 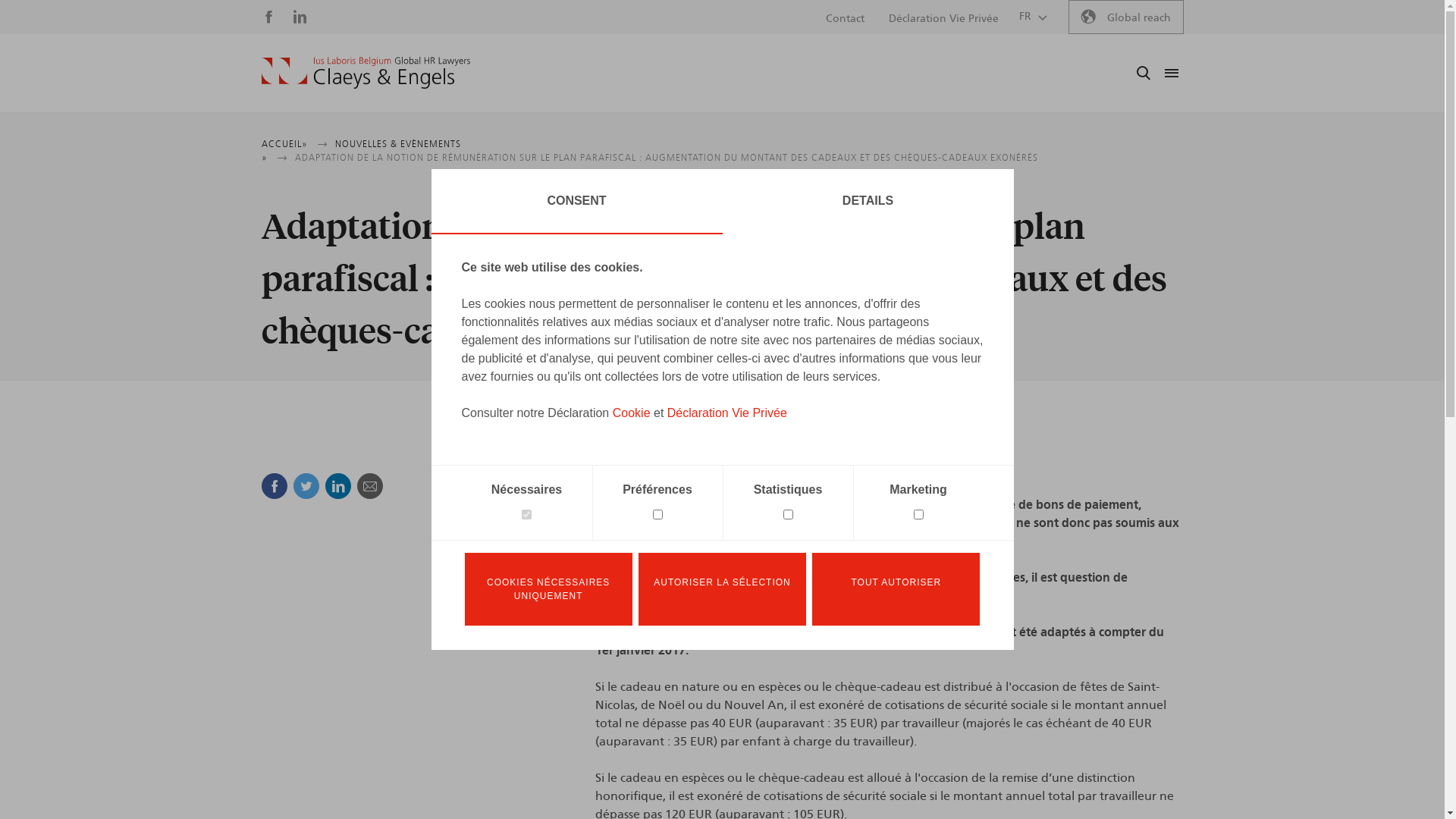 I want to click on 'Global reach', so click(x=1125, y=17).